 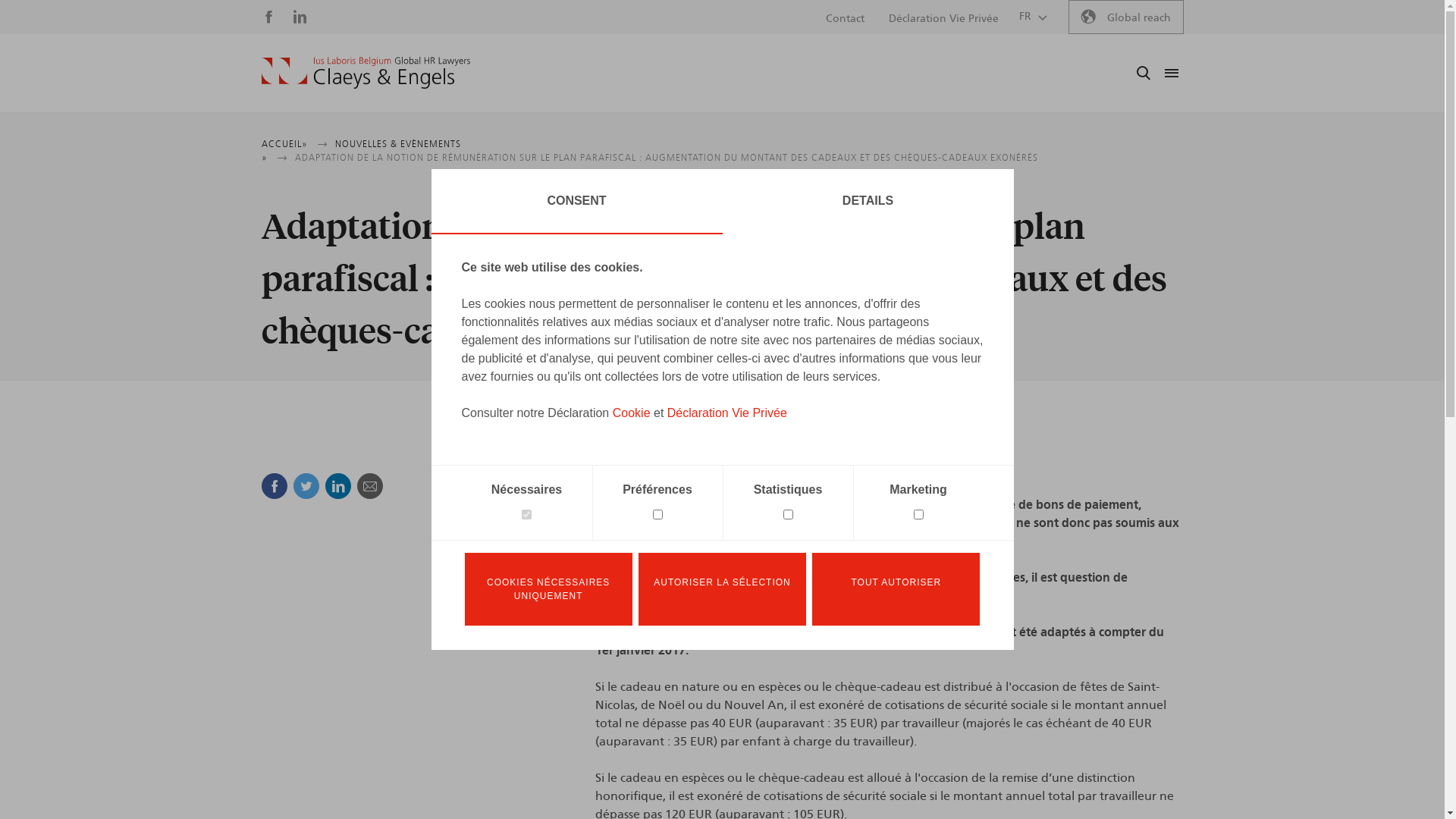 I want to click on 'Global reach', so click(x=1125, y=17).